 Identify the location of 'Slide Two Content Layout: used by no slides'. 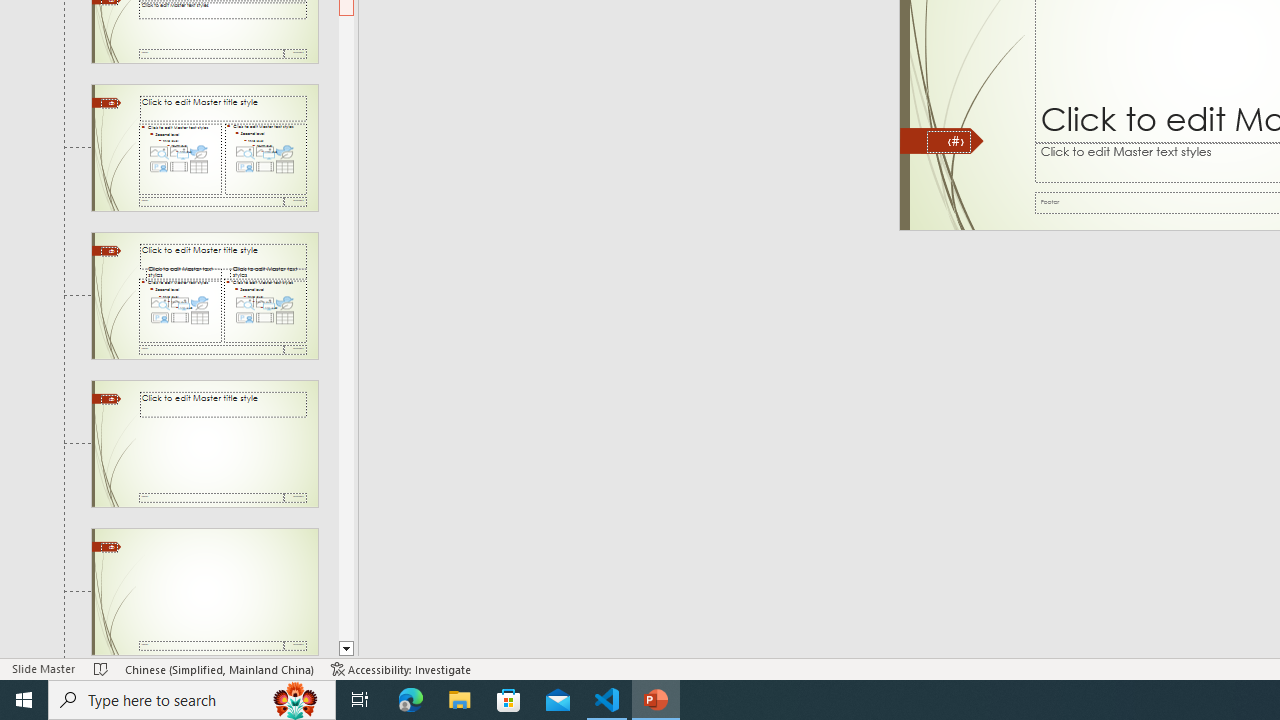
(204, 146).